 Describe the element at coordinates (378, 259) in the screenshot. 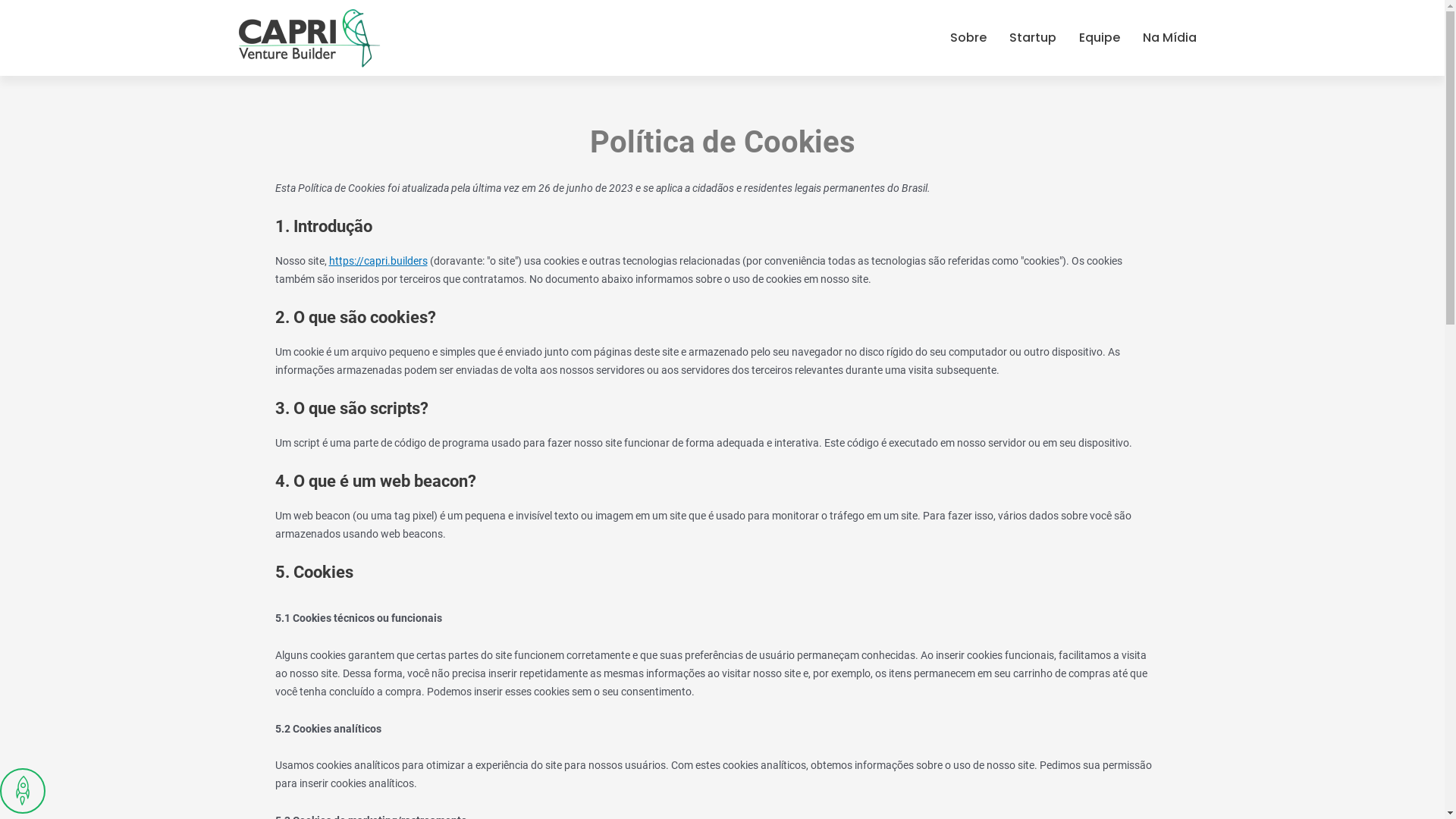

I see `'https://capri.builders'` at that location.